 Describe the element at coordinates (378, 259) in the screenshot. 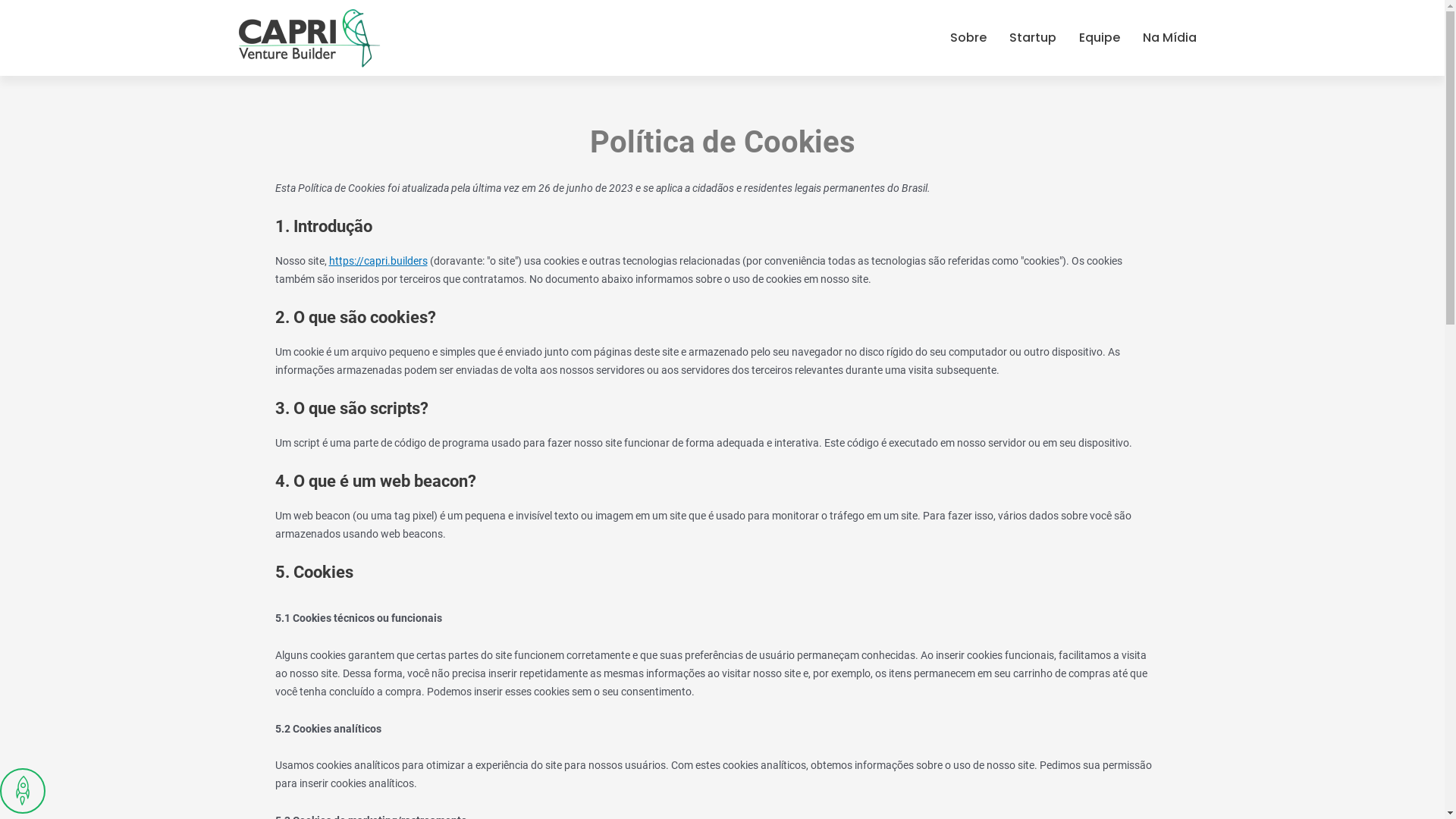

I see `'https://capri.builders'` at that location.